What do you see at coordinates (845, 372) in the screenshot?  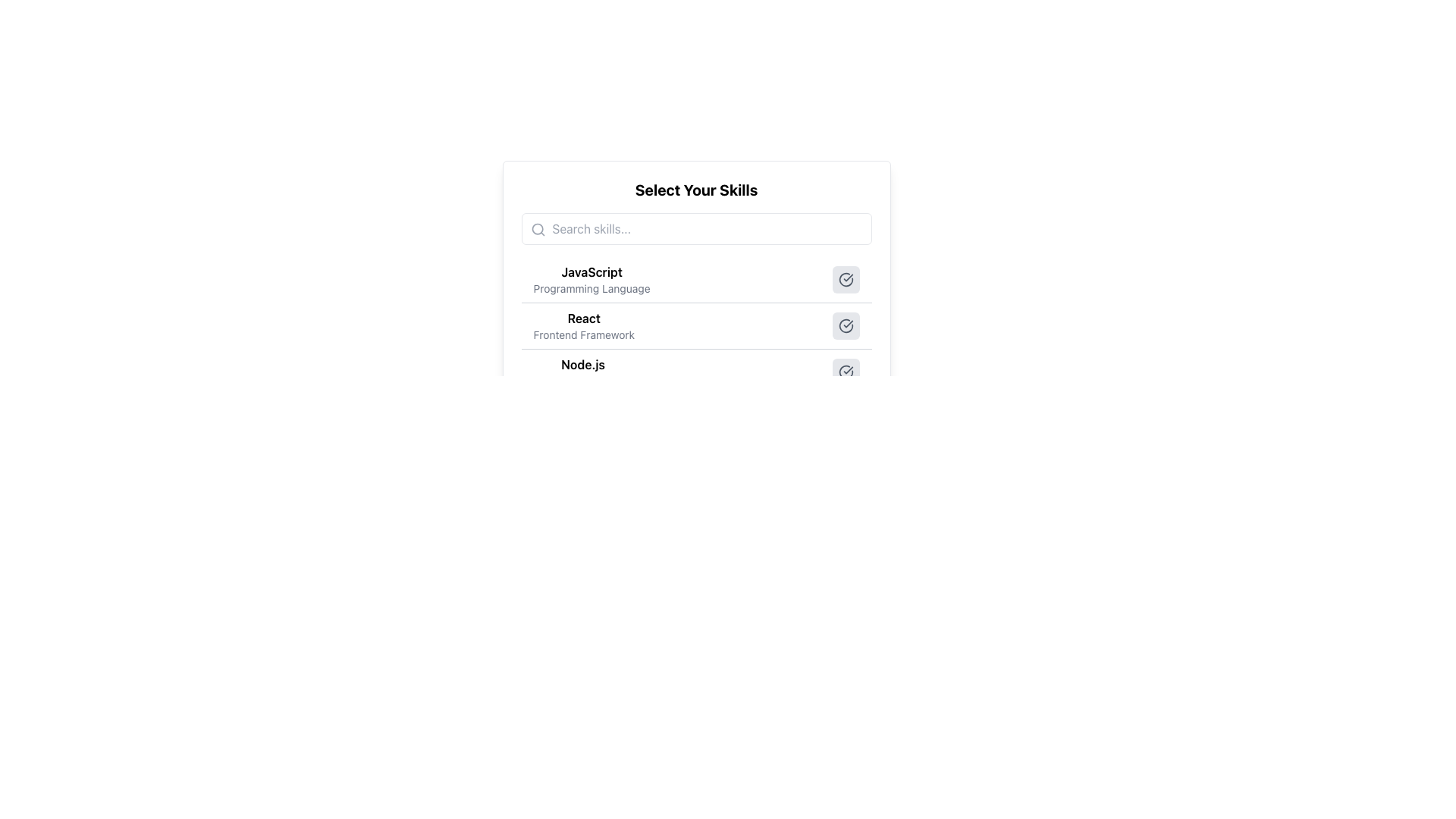 I see `the toggle button located at the far right of the 'Node.js' skill in the vertical list of skills` at bounding box center [845, 372].